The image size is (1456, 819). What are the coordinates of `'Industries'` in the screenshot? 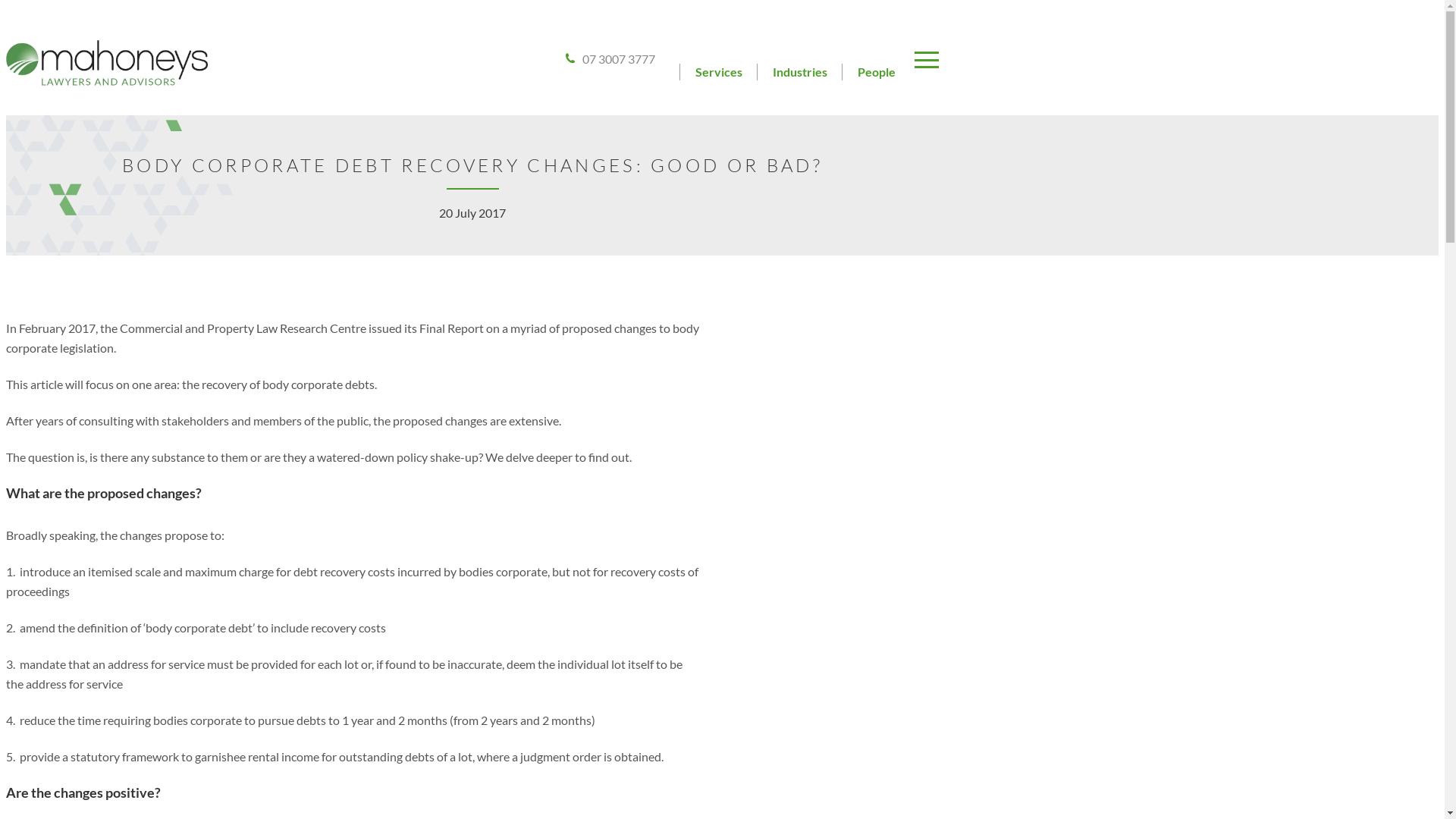 It's located at (772, 71).